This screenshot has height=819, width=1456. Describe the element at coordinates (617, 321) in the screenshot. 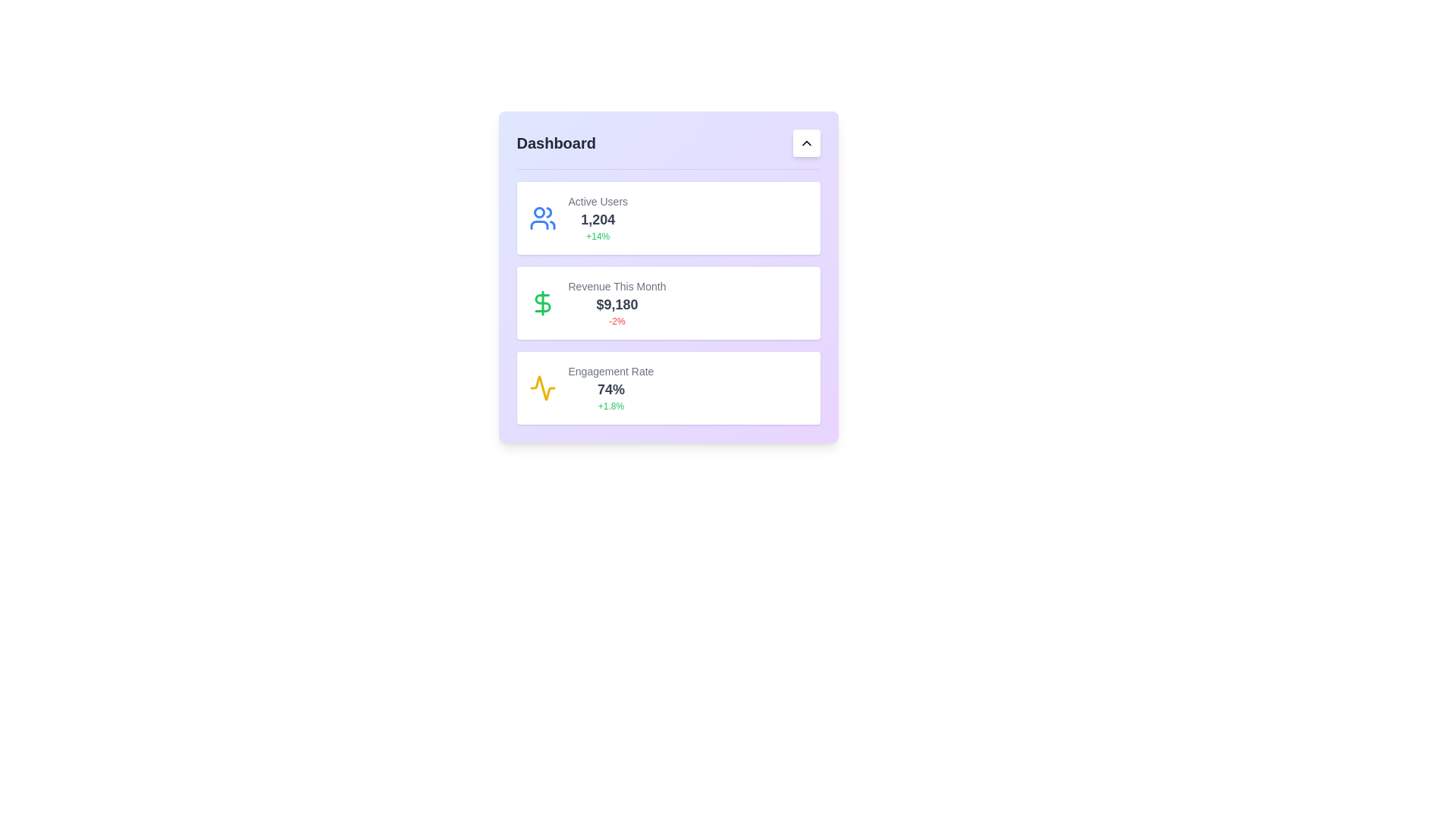

I see `the static text label displaying the percentage value '-2%' in red color, which is located below the main metric '$9,180' in the 'Revenue This Month' card` at that location.